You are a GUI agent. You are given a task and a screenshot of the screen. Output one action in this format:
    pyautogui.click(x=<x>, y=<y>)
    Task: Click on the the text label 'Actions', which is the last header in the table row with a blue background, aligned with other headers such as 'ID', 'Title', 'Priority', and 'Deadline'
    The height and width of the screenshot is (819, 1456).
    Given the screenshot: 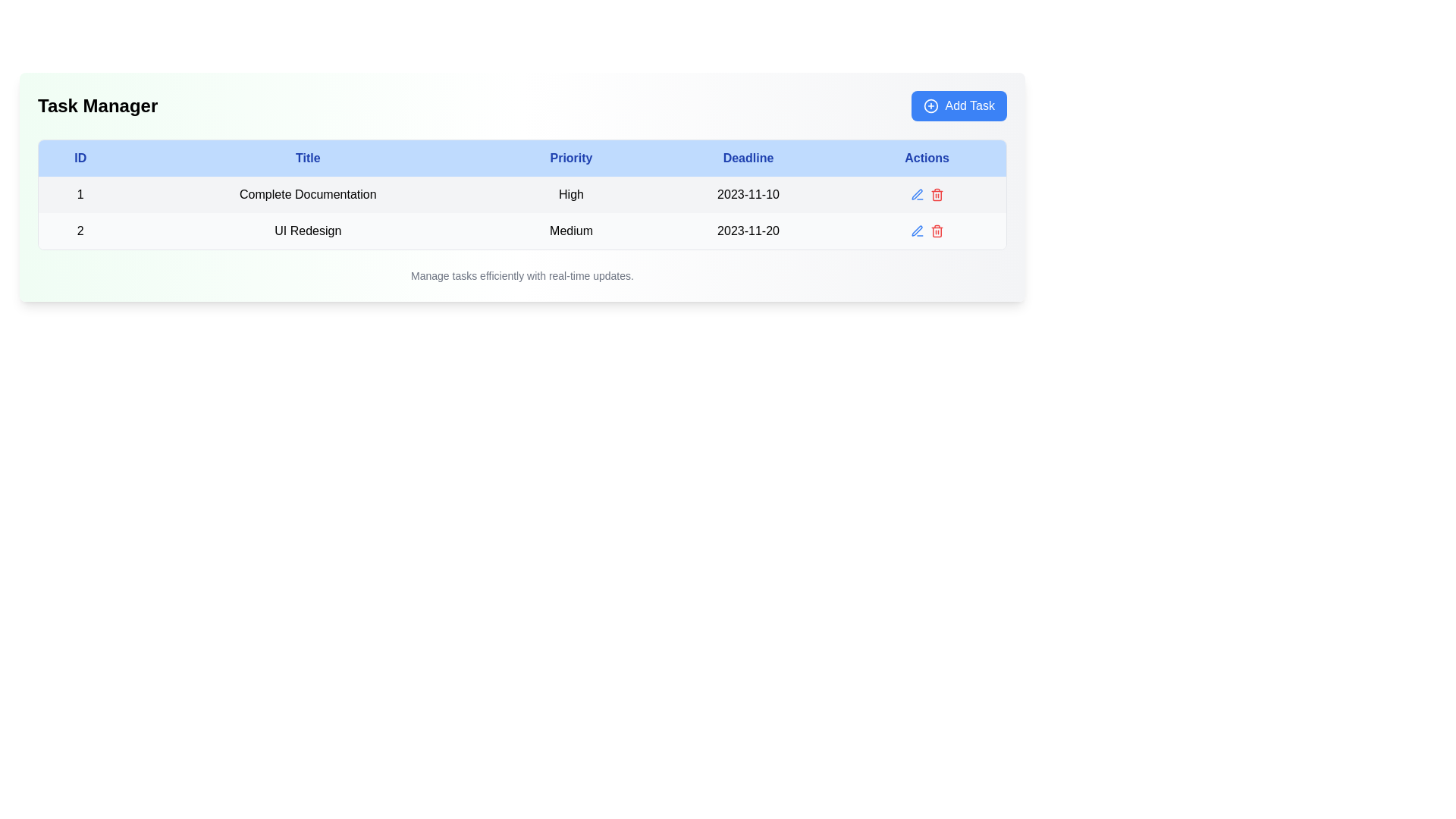 What is the action you would take?
    pyautogui.click(x=926, y=158)
    